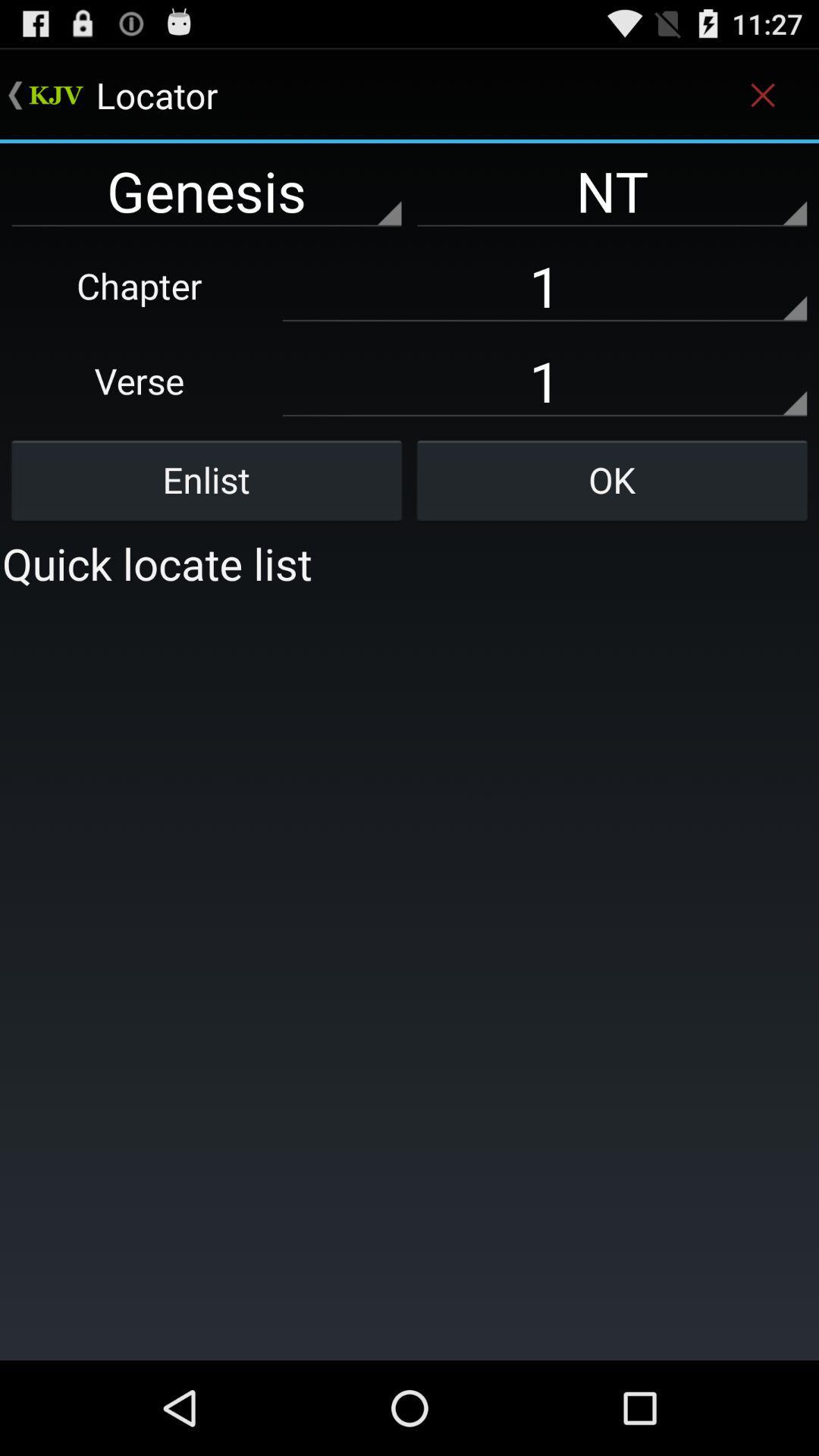 The width and height of the screenshot is (819, 1456). What do you see at coordinates (763, 94) in the screenshot?
I see `the icon above nt item` at bounding box center [763, 94].